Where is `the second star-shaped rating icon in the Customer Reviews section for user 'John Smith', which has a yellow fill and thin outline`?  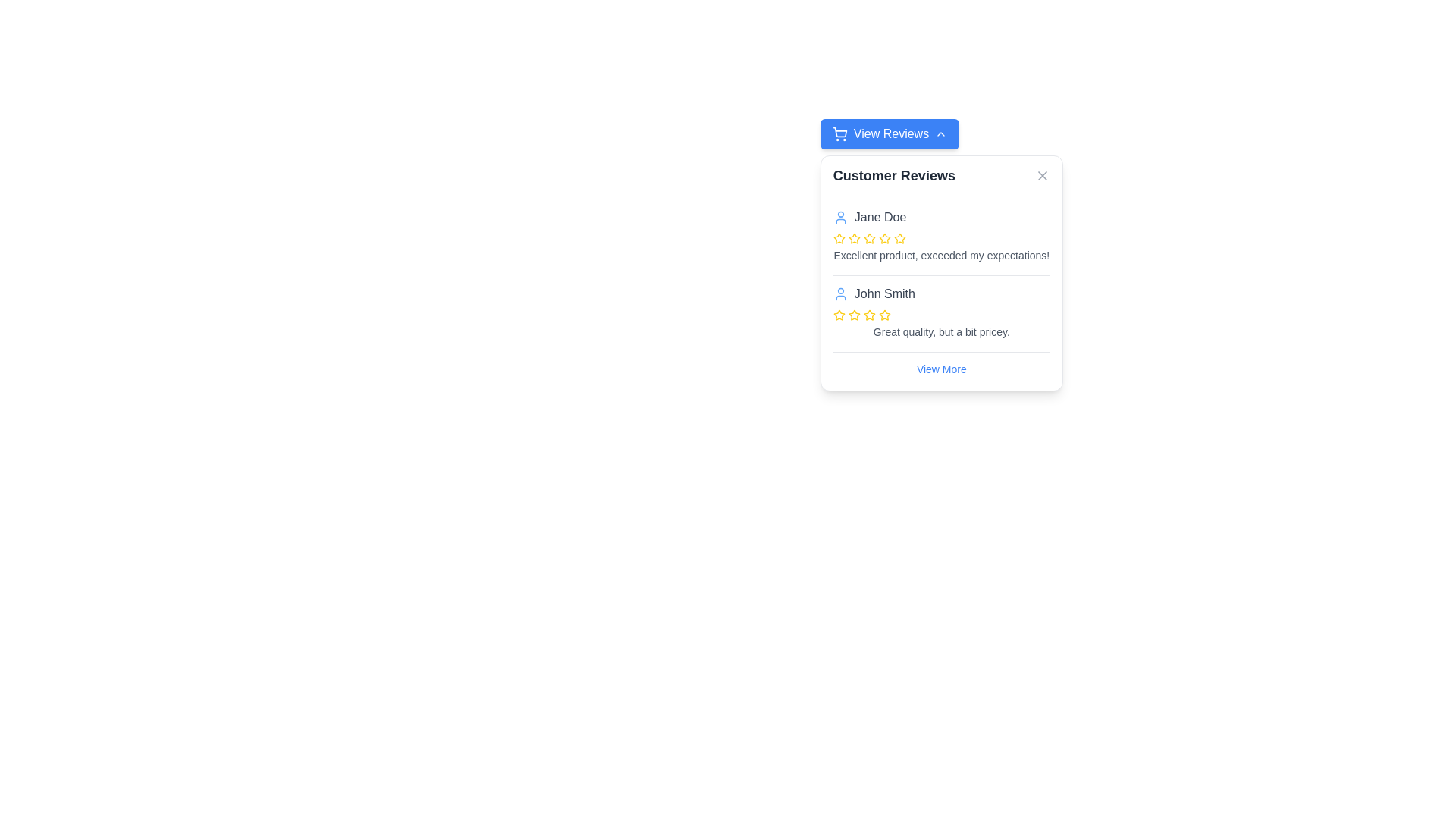
the second star-shaped rating icon in the Customer Reviews section for user 'John Smith', which has a yellow fill and thin outline is located at coordinates (854, 314).